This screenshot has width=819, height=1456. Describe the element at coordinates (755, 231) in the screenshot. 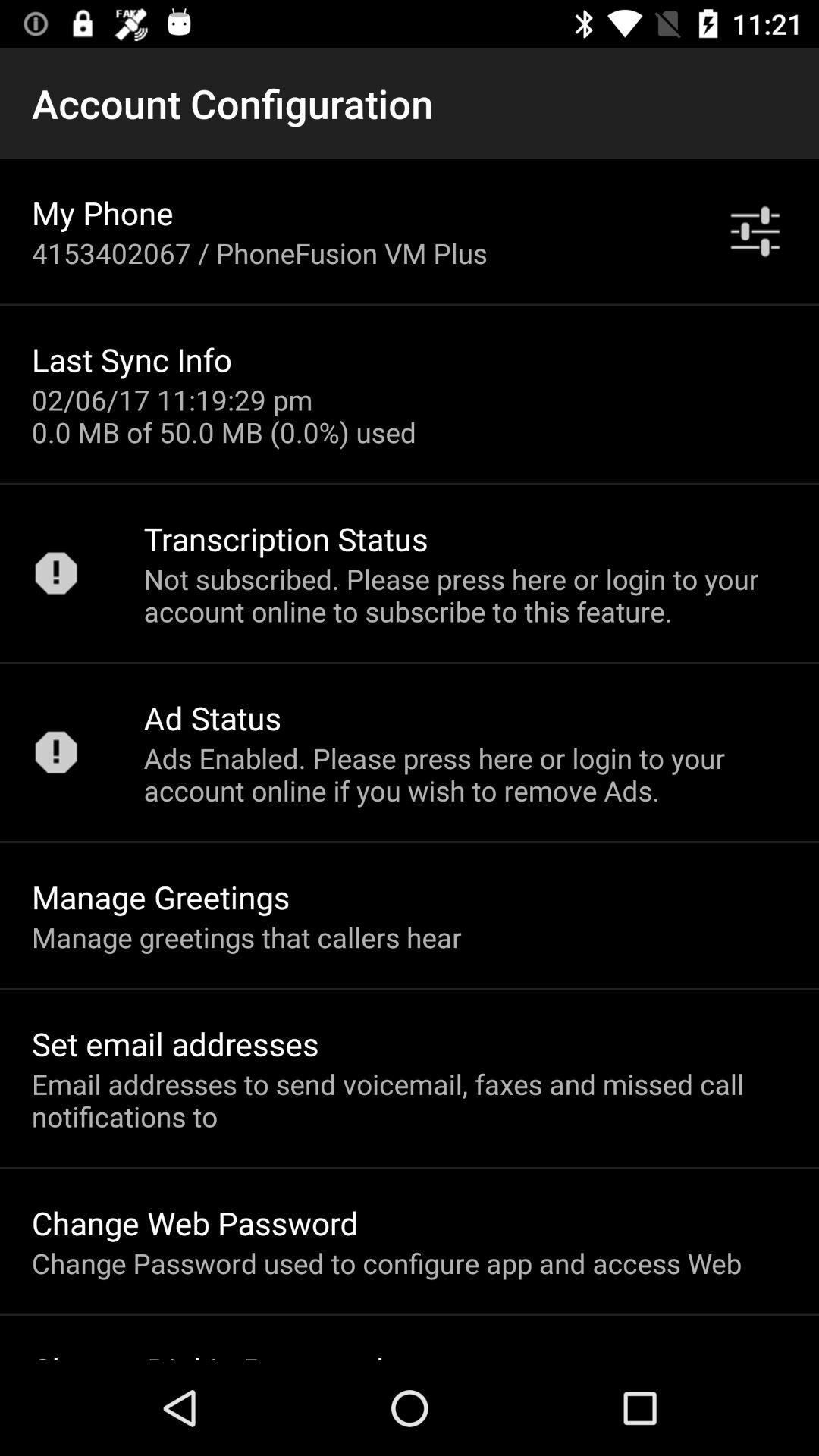

I see `the icon at the top right corner` at that location.